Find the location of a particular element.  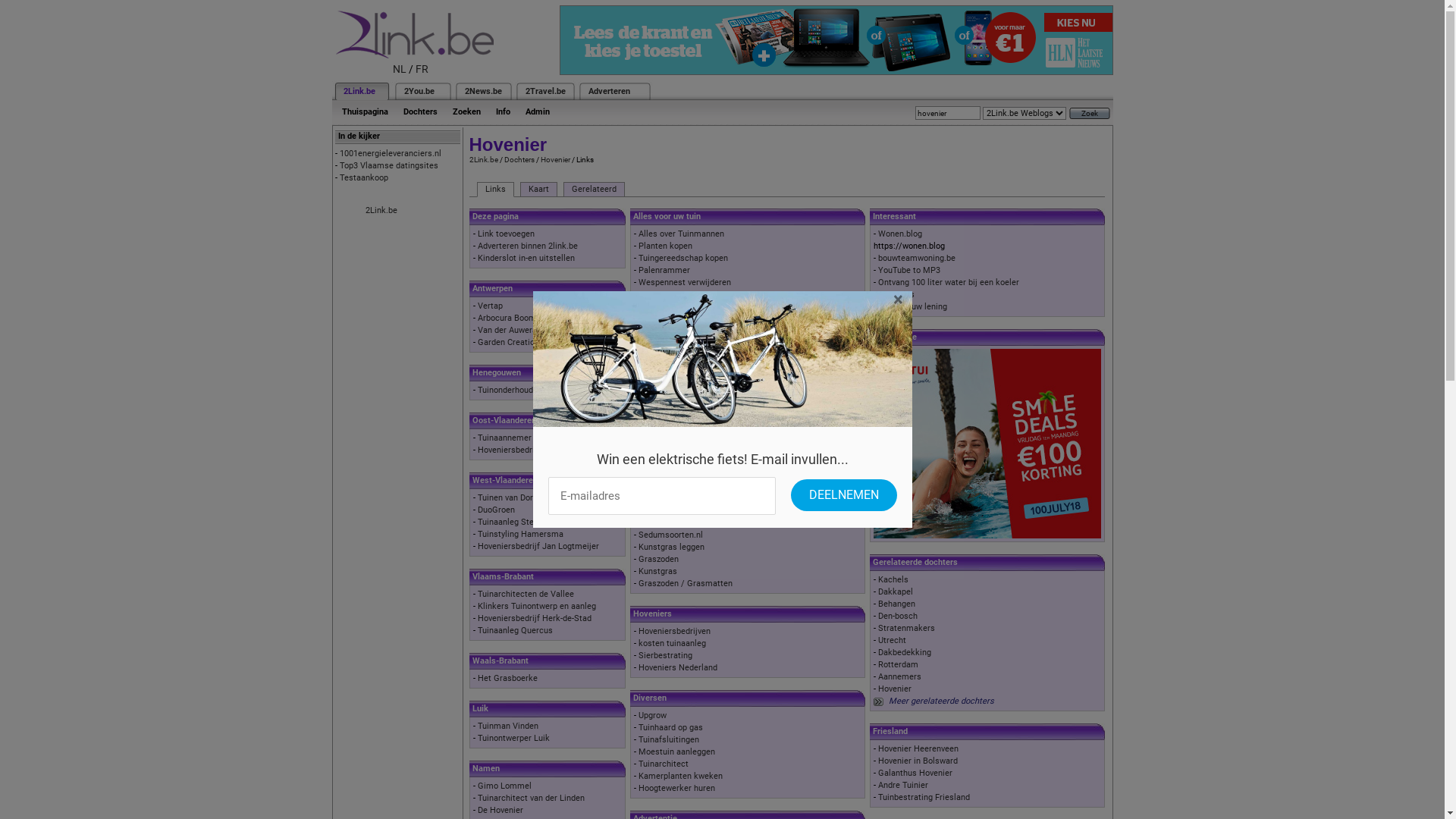

'Gerelateerd' is located at coordinates (592, 189).